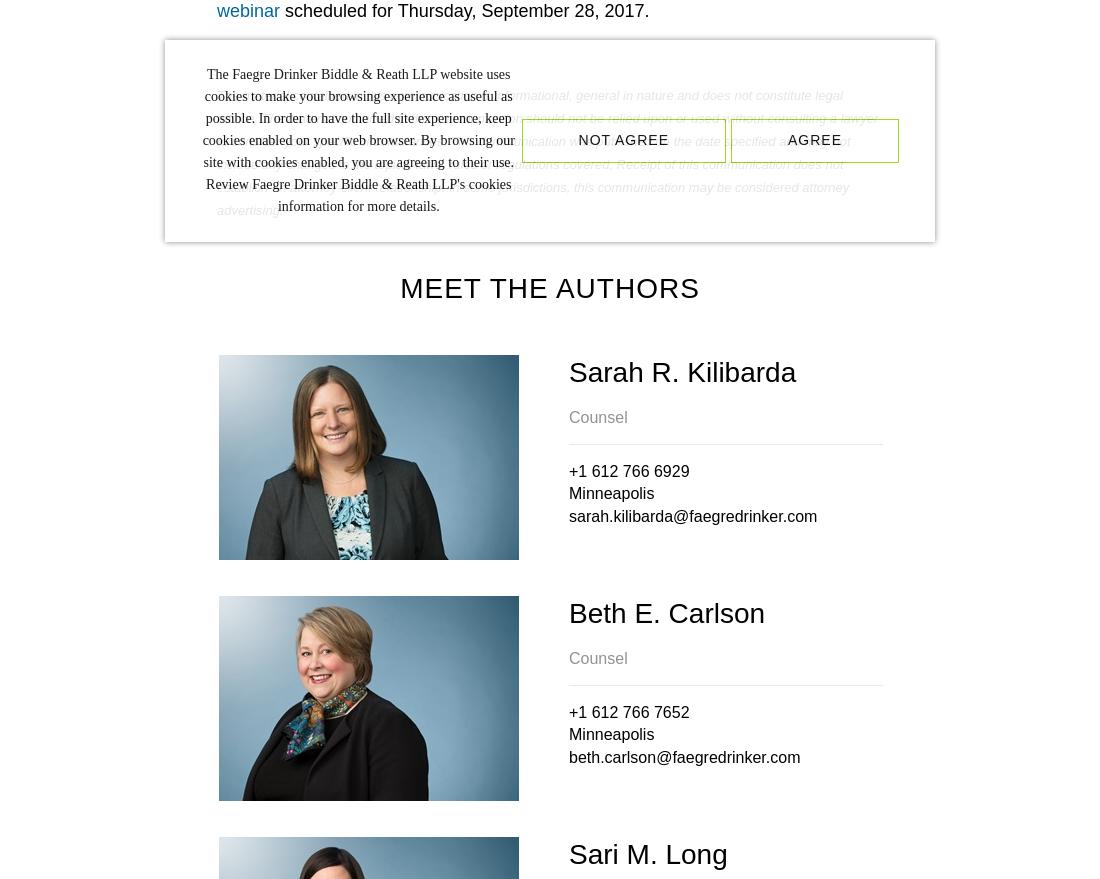 The image size is (1100, 879). Describe the element at coordinates (620, 515) in the screenshot. I see `'sarah.kilibarda'` at that location.